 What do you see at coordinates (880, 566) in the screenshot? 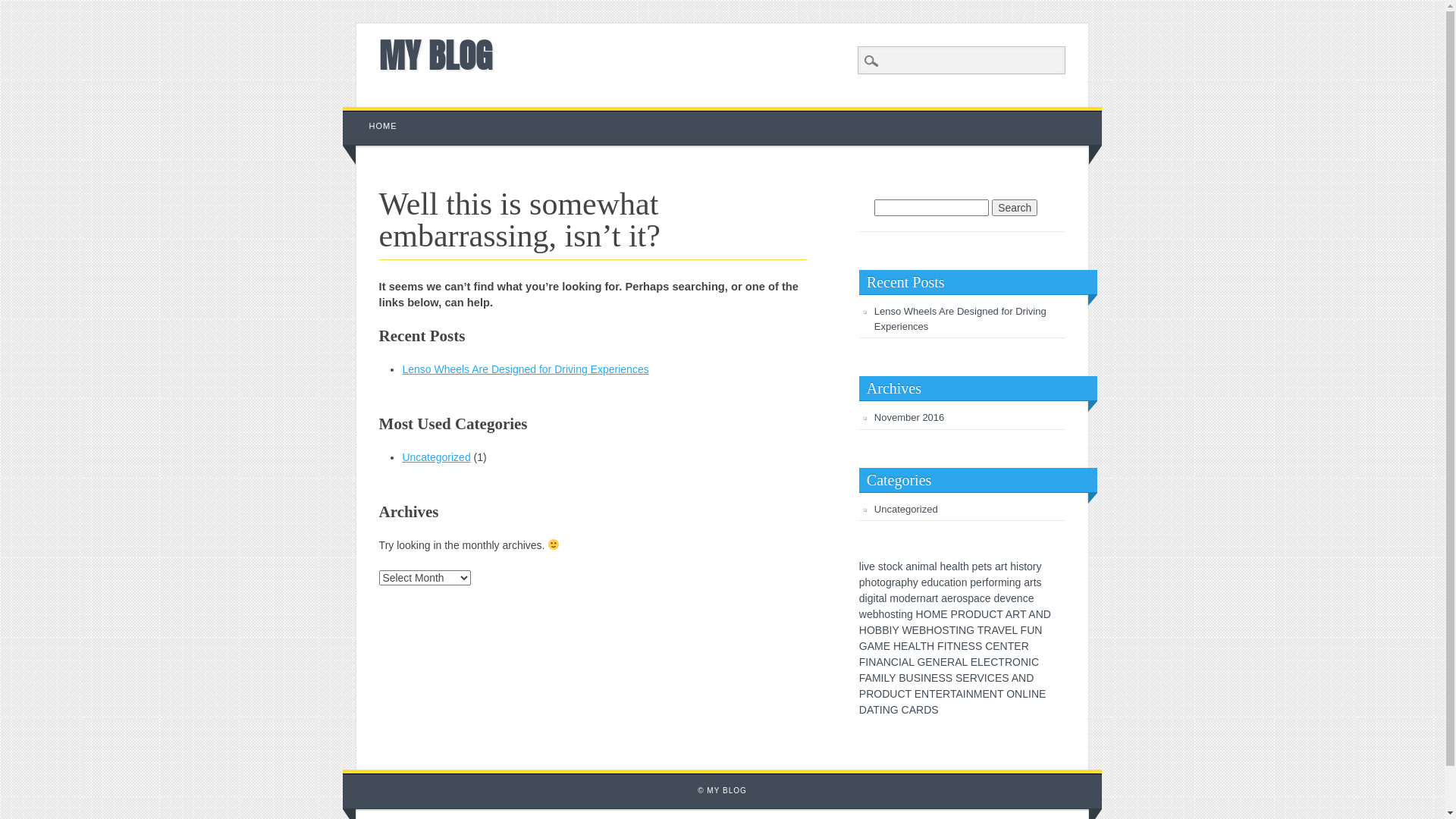
I see `'s'` at bounding box center [880, 566].